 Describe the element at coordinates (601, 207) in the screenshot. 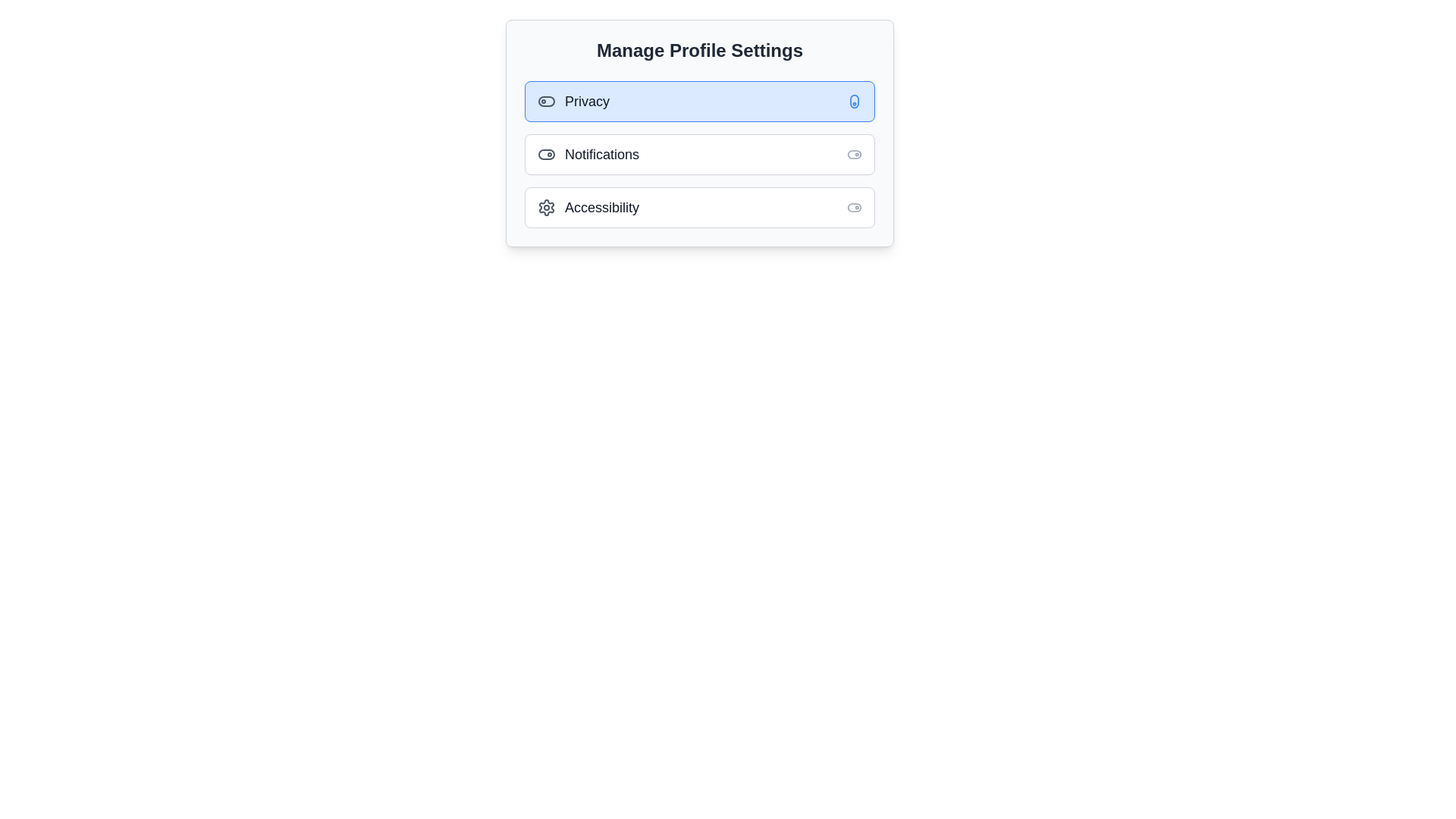

I see `the 'Accessibility' settings label, which is the third item in the vertical settings list under 'Manage Profile Settings', located to the right of the gear icon` at that location.